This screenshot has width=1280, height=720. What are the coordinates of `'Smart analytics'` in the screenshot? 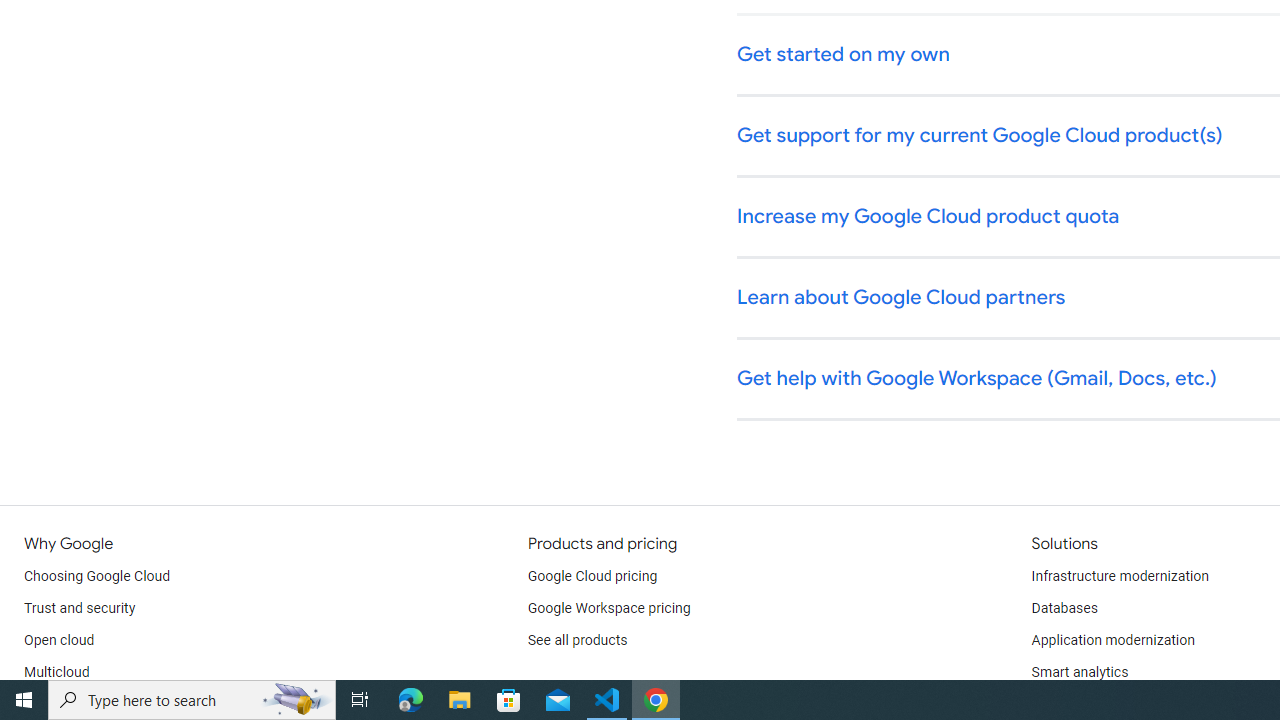 It's located at (1078, 672).